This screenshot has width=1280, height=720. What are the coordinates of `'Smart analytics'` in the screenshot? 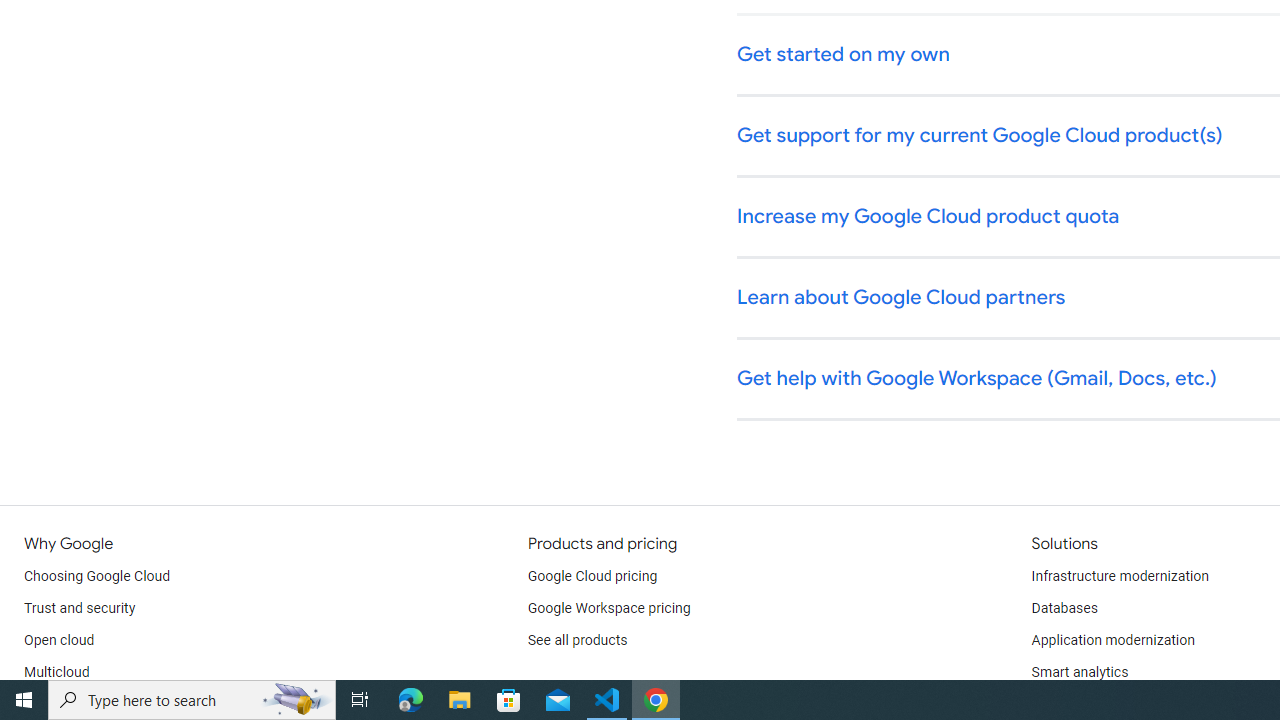 It's located at (1078, 672).